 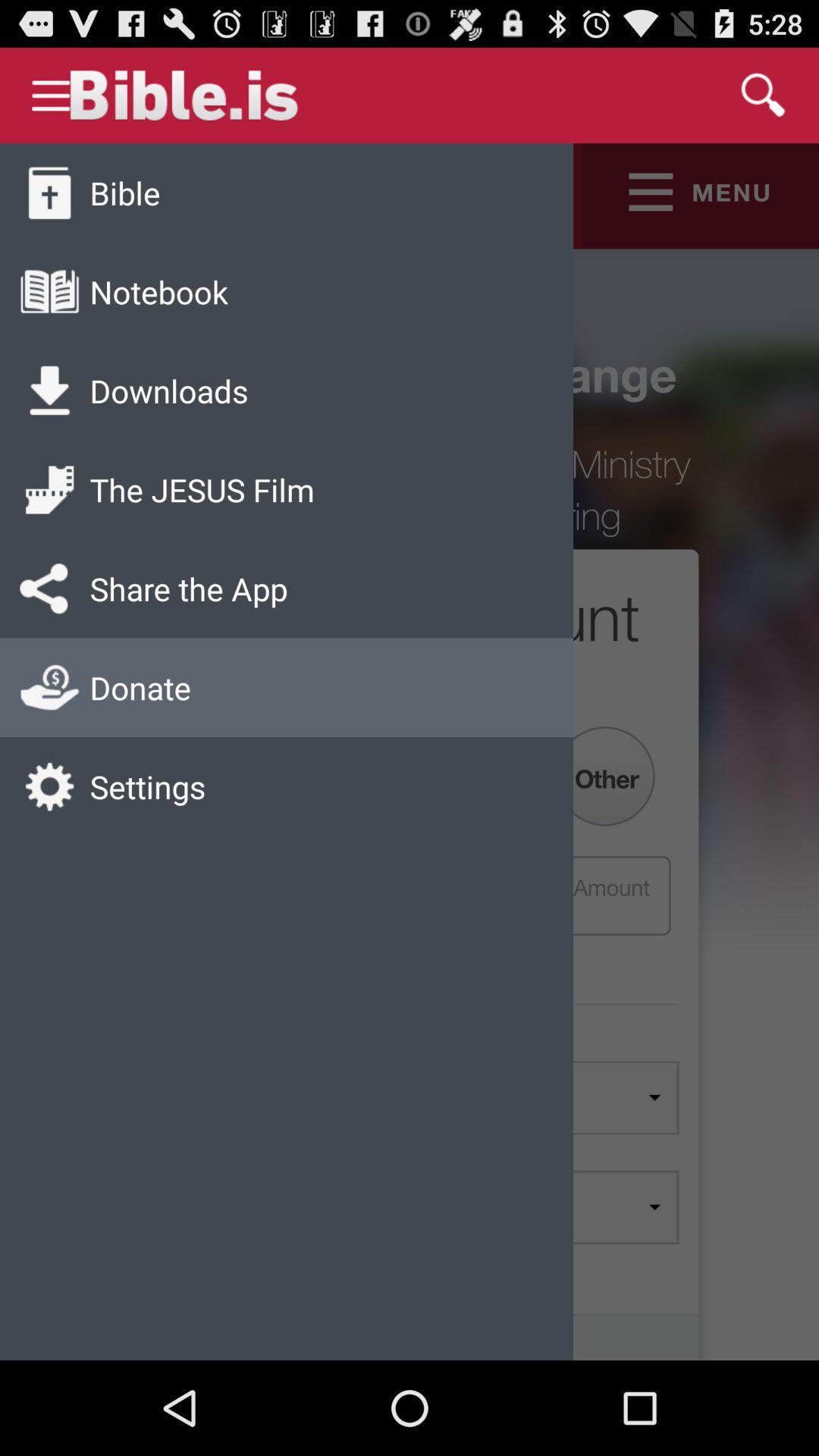 What do you see at coordinates (169, 391) in the screenshot?
I see `the downloads app` at bounding box center [169, 391].